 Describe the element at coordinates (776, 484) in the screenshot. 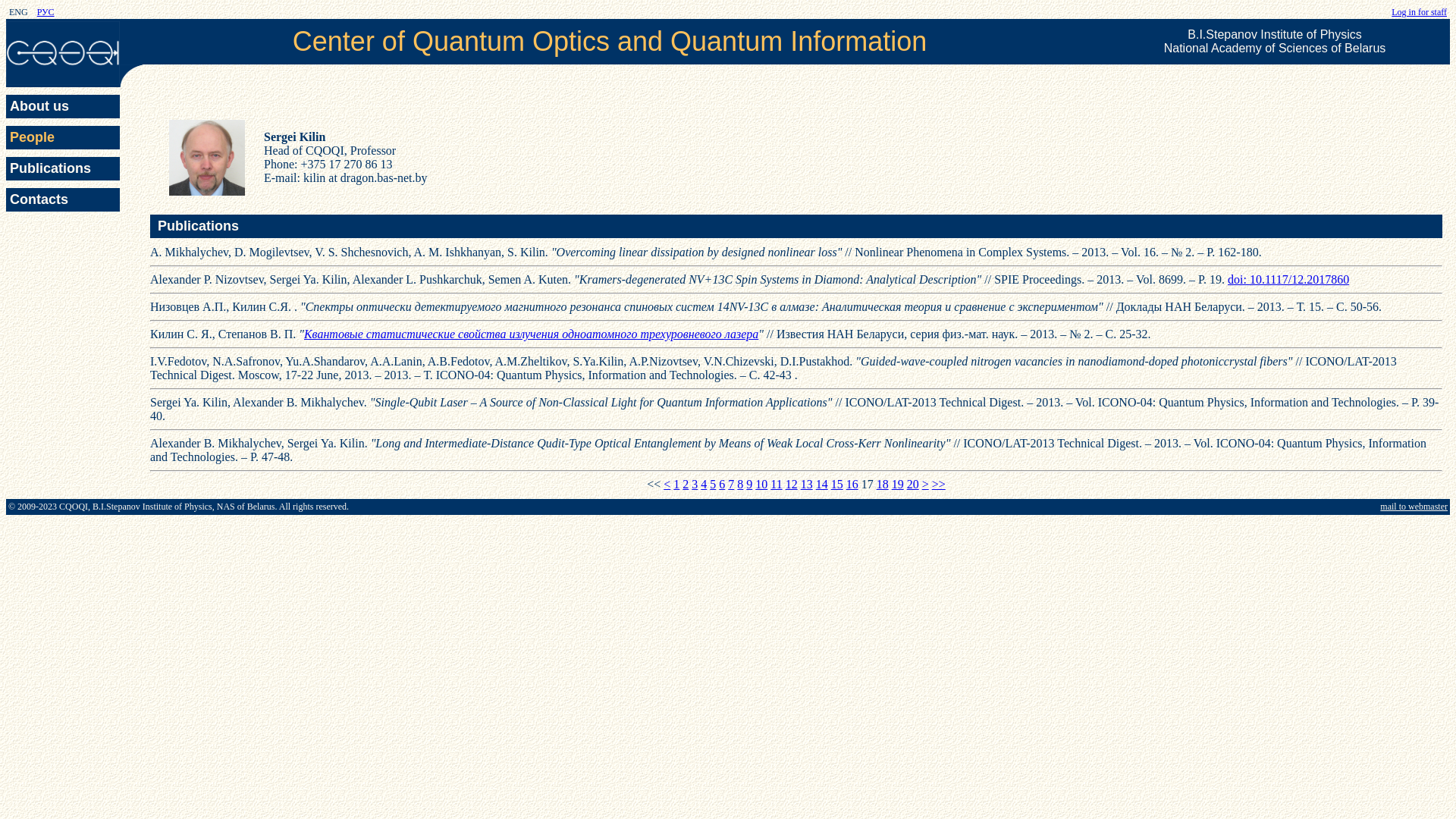

I see `'11'` at that location.